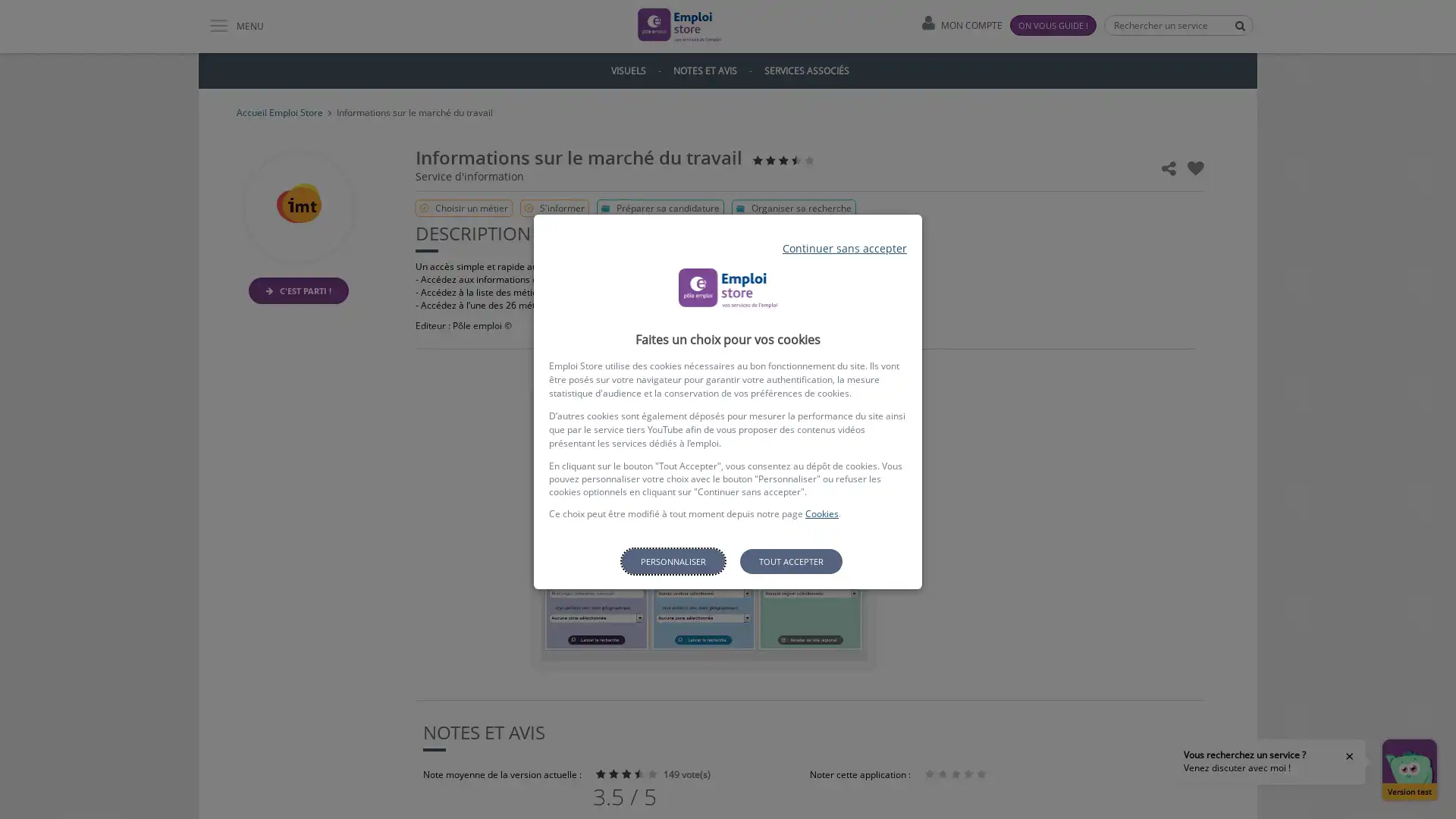  What do you see at coordinates (672, 561) in the screenshot?
I see `Personnaliser les parametres de confidentialite` at bounding box center [672, 561].